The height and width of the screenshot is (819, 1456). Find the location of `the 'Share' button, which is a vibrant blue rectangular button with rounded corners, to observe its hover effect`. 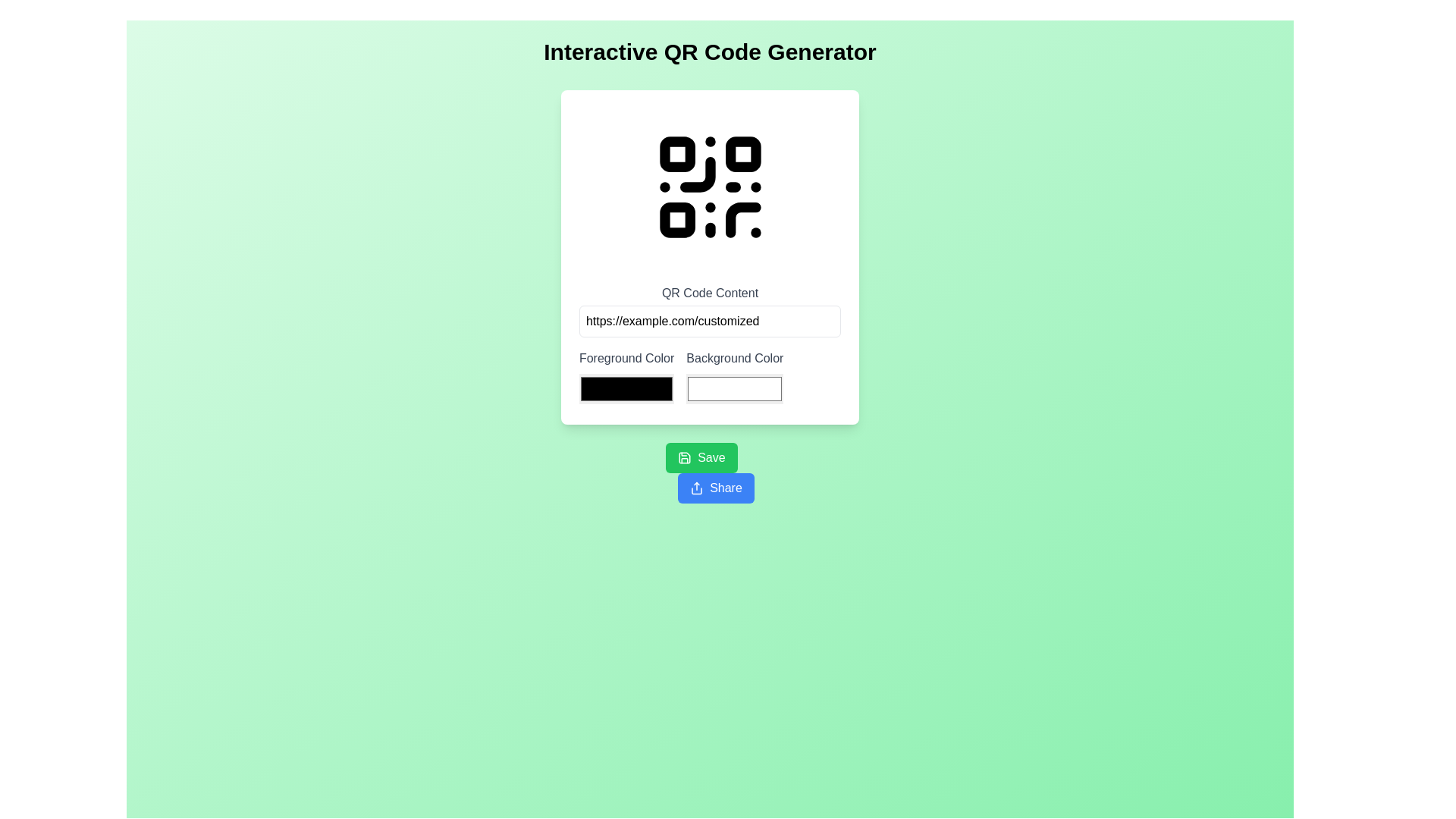

the 'Share' button, which is a vibrant blue rectangular button with rounded corners, to observe its hover effect is located at coordinates (715, 488).